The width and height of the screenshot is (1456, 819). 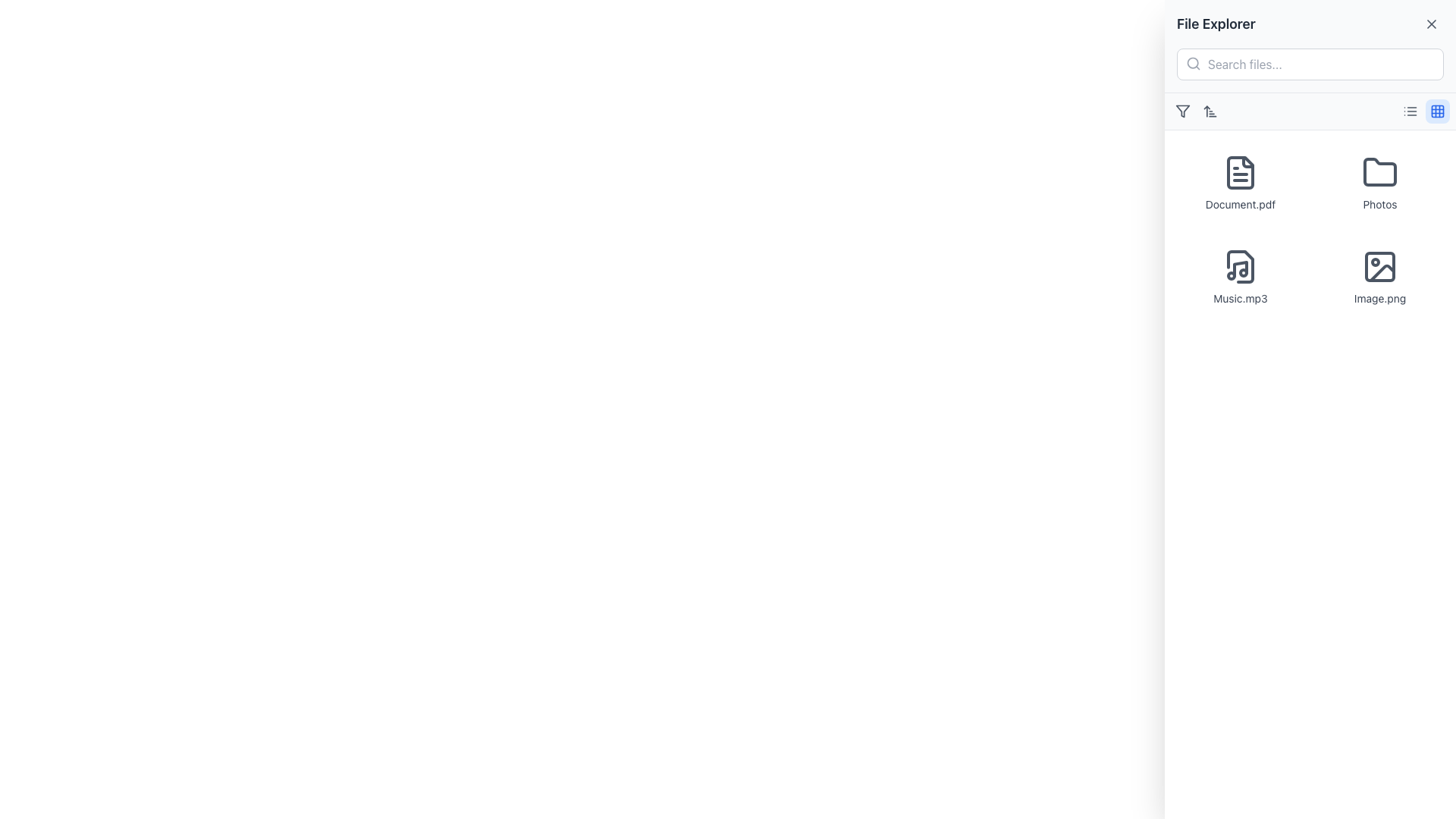 What do you see at coordinates (1241, 171) in the screenshot?
I see `the document file icon labeled 'Document.pdf' in the top-left quadrant of the file explorer interface` at bounding box center [1241, 171].